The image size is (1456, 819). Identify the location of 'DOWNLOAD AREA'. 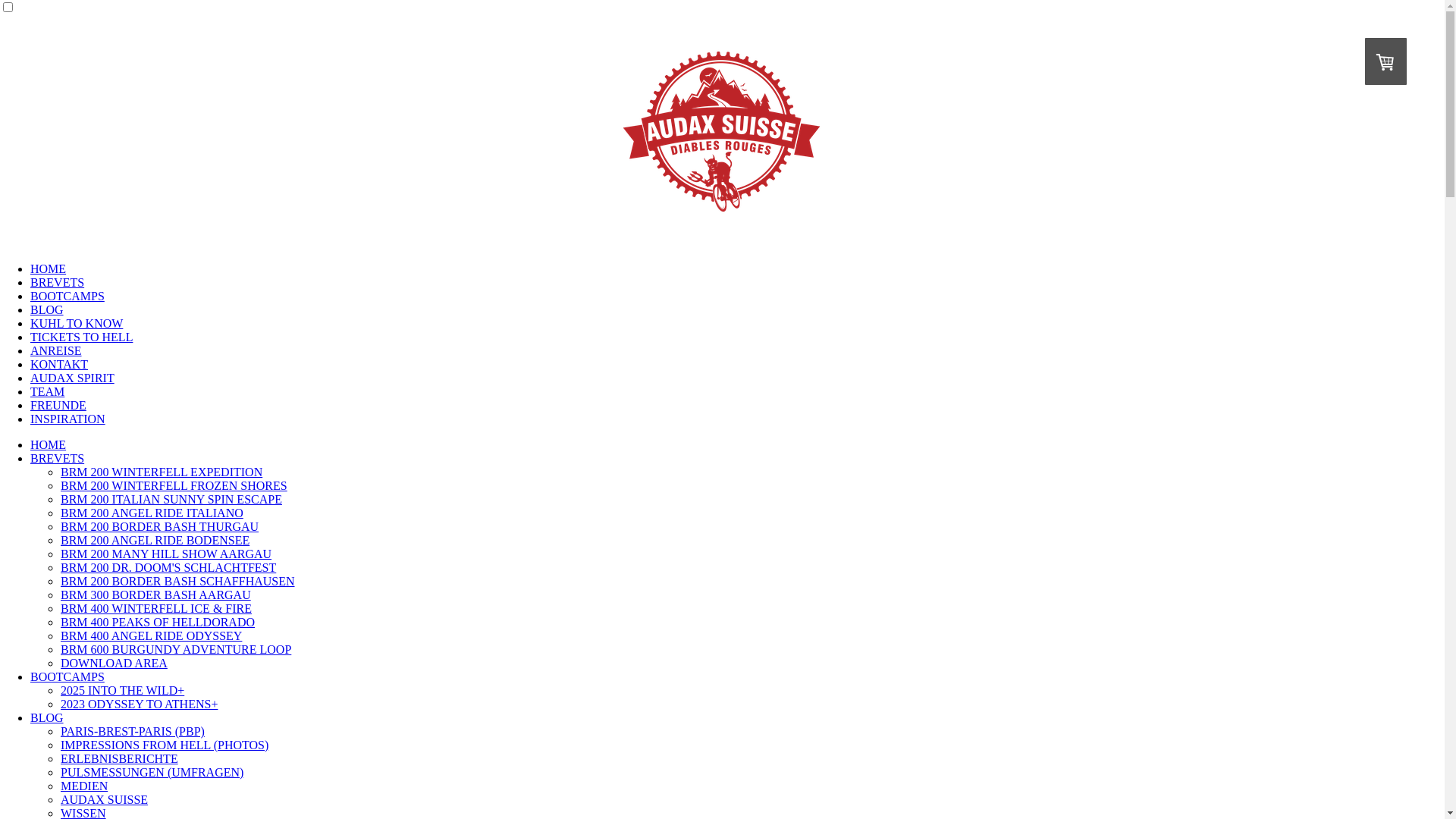
(113, 662).